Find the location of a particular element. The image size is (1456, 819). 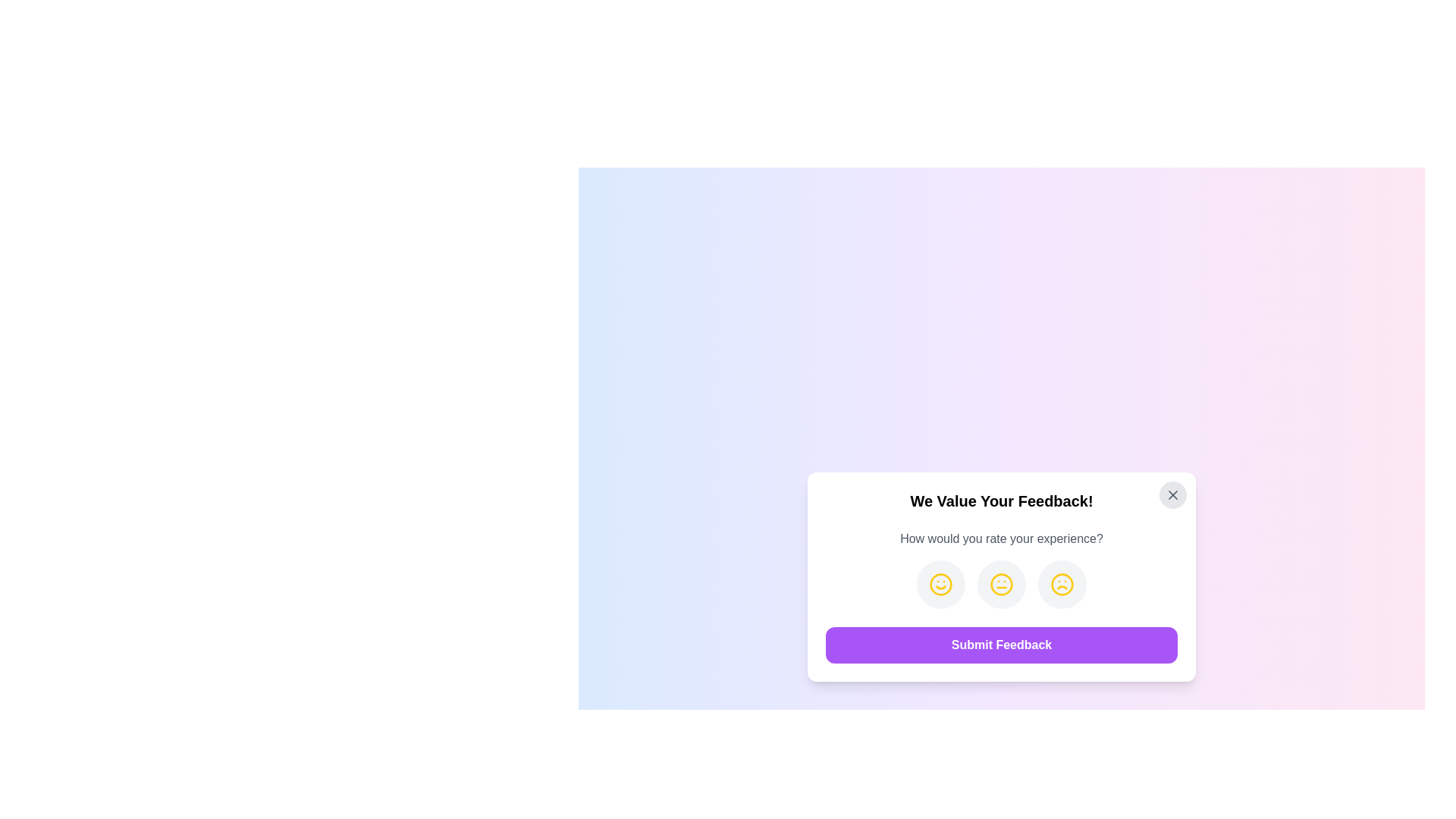

the neutral feedback rating icon is located at coordinates (1001, 584).